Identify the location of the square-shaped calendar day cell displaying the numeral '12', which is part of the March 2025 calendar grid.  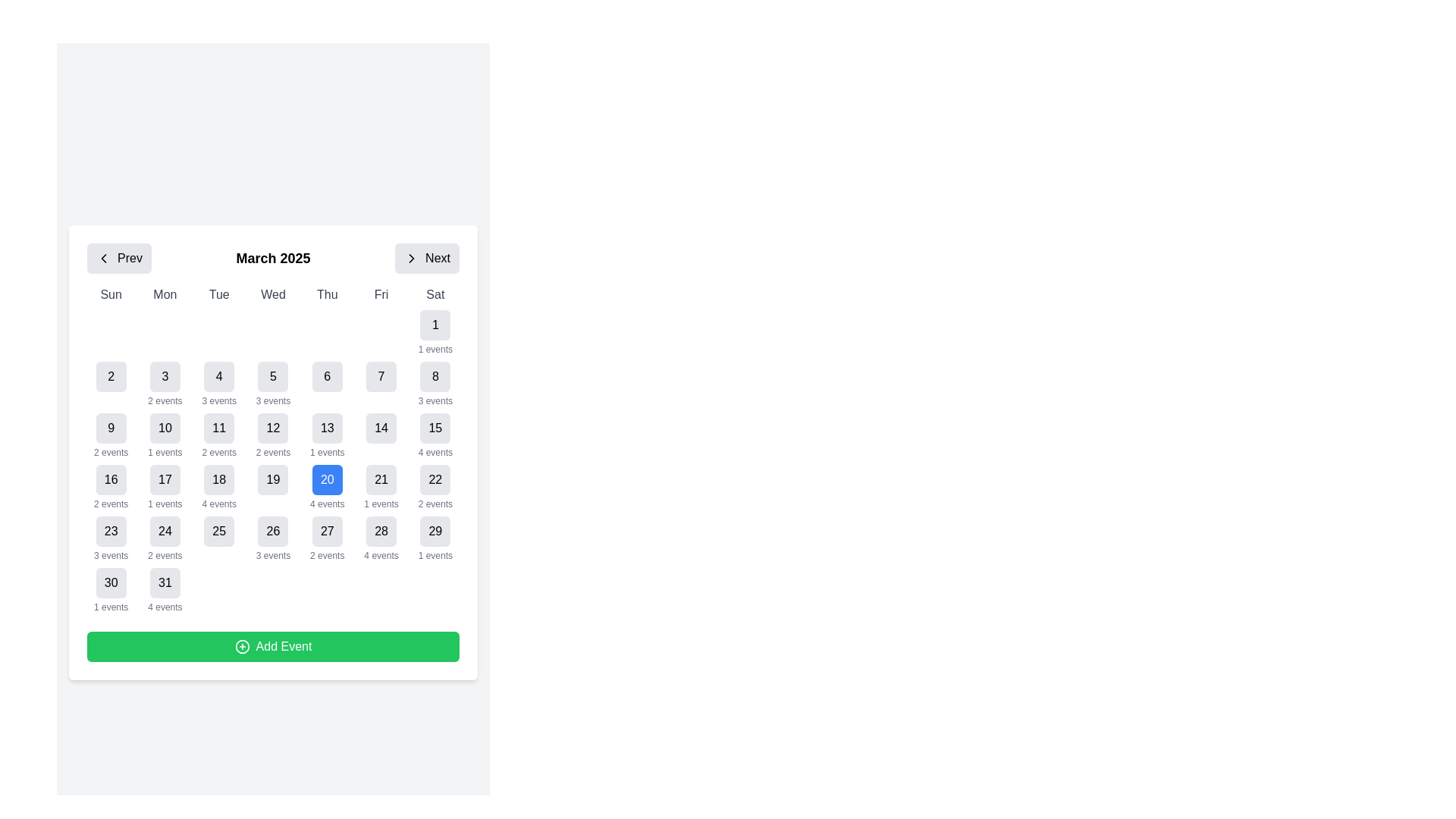
(273, 428).